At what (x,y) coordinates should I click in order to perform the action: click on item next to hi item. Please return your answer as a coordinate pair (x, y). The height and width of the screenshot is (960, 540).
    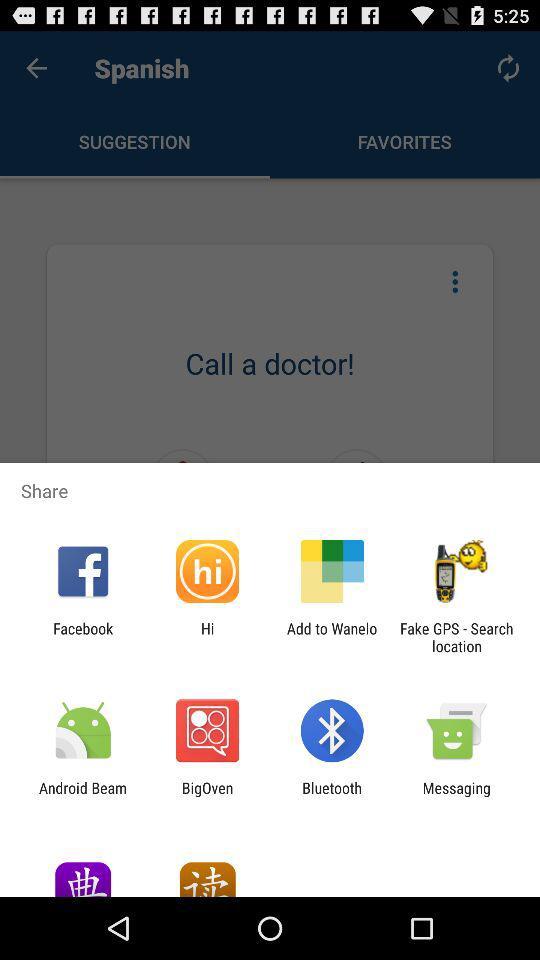
    Looking at the image, I should click on (82, 636).